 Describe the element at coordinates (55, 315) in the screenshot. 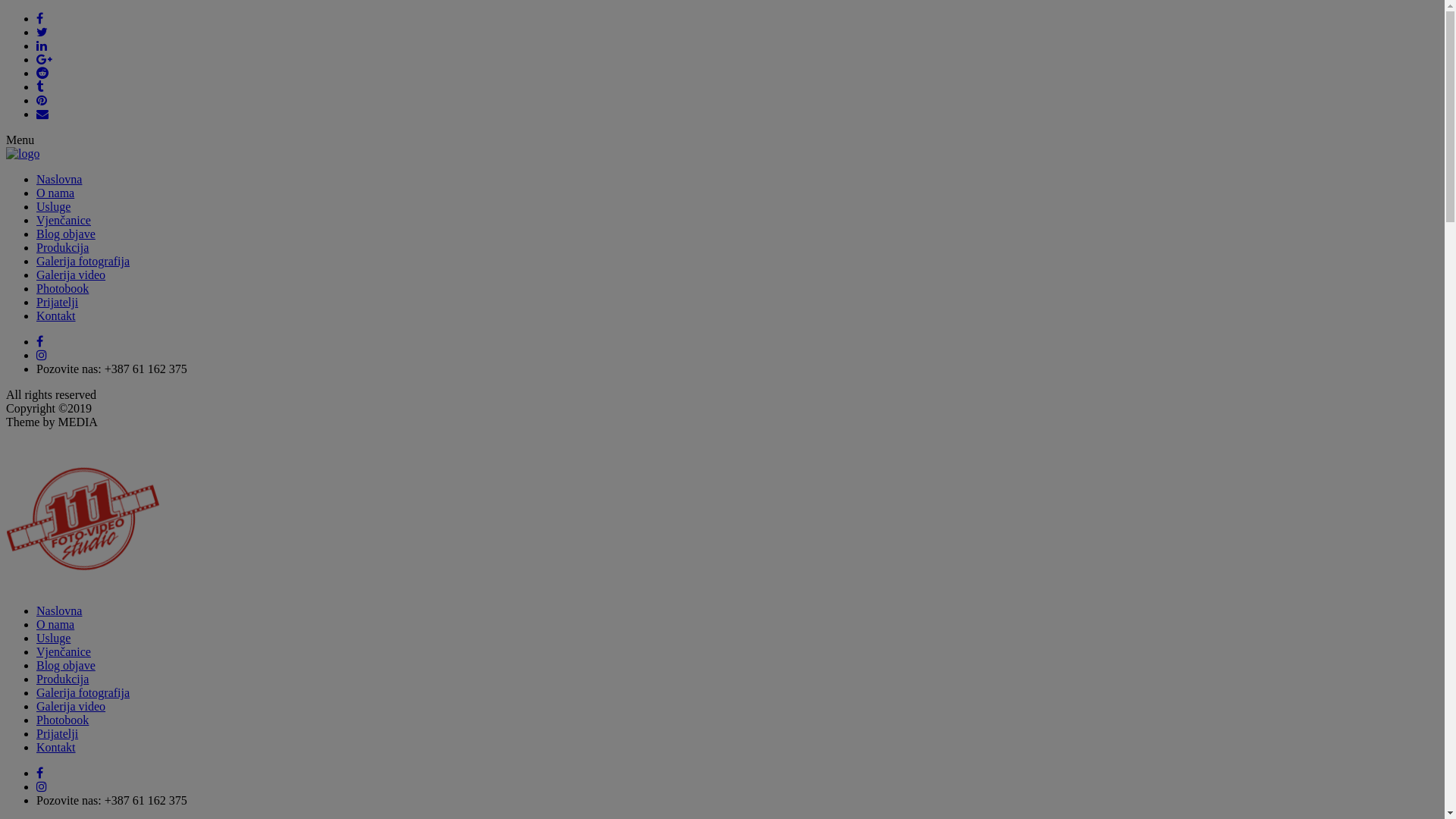

I see `'Kontakt'` at that location.